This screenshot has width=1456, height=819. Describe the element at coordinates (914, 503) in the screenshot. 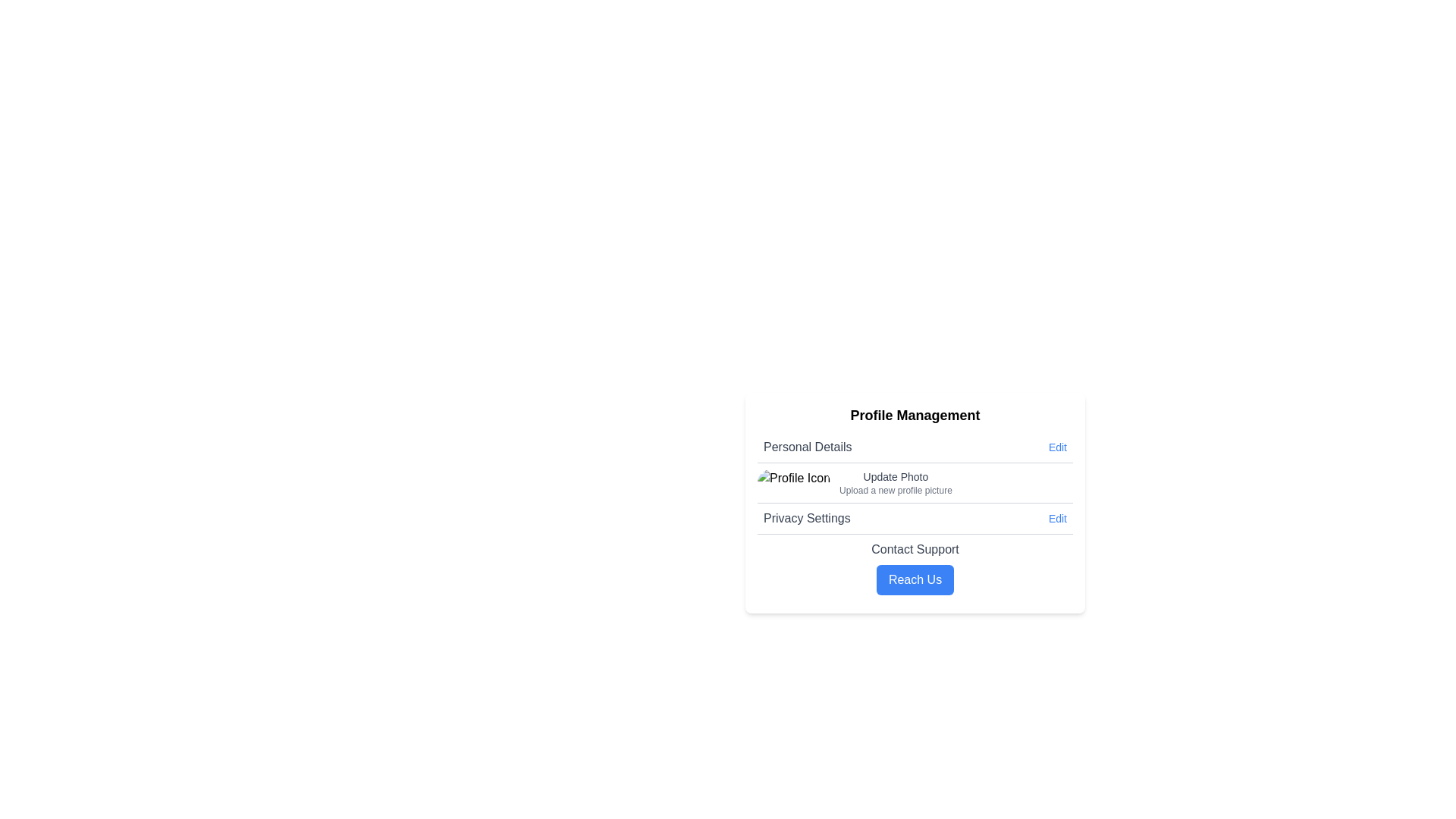

I see `the profile picture update button in the Profile Management Card UI section to update the profile picture` at that location.